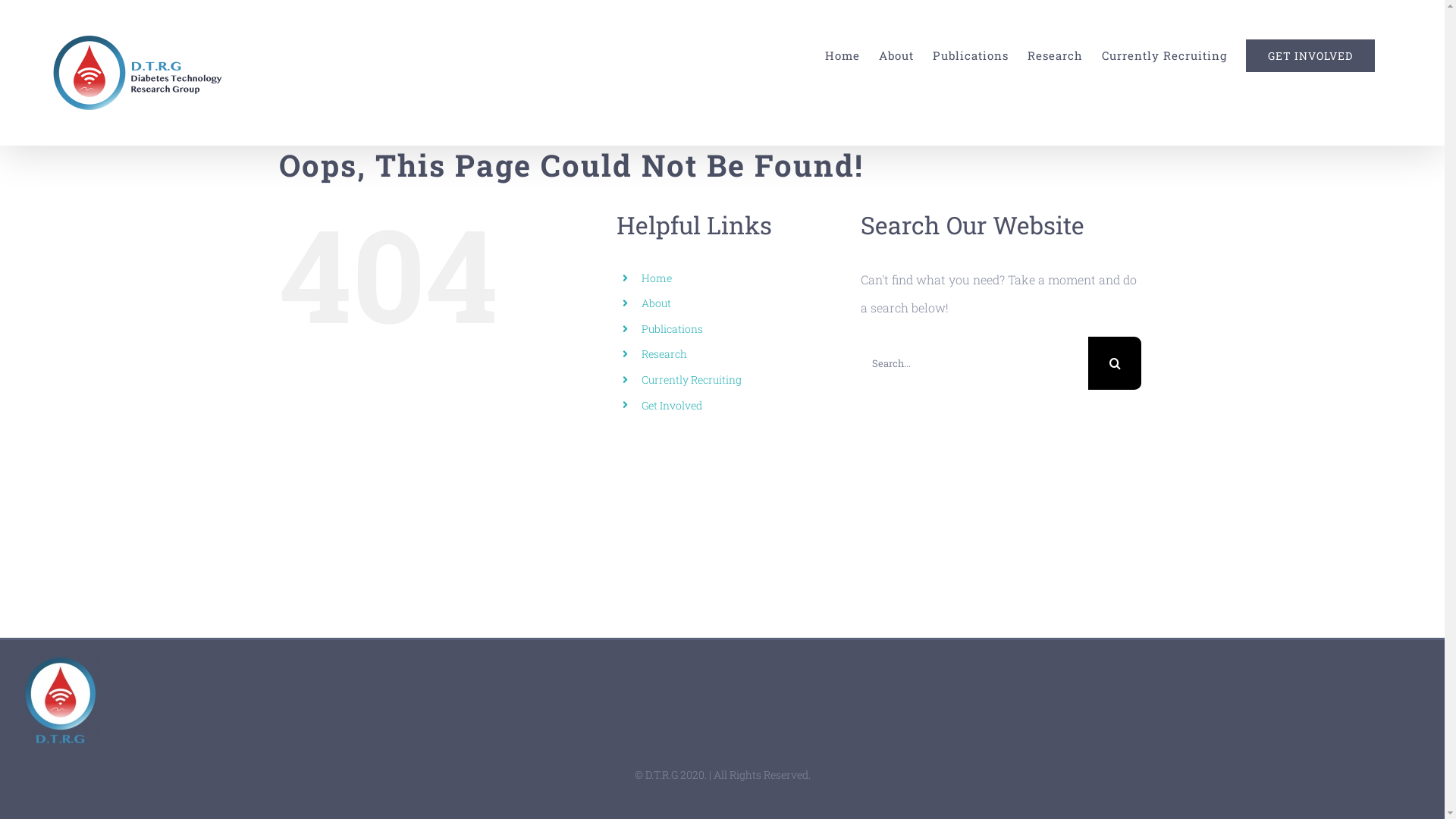  I want to click on 'About', so click(656, 303).